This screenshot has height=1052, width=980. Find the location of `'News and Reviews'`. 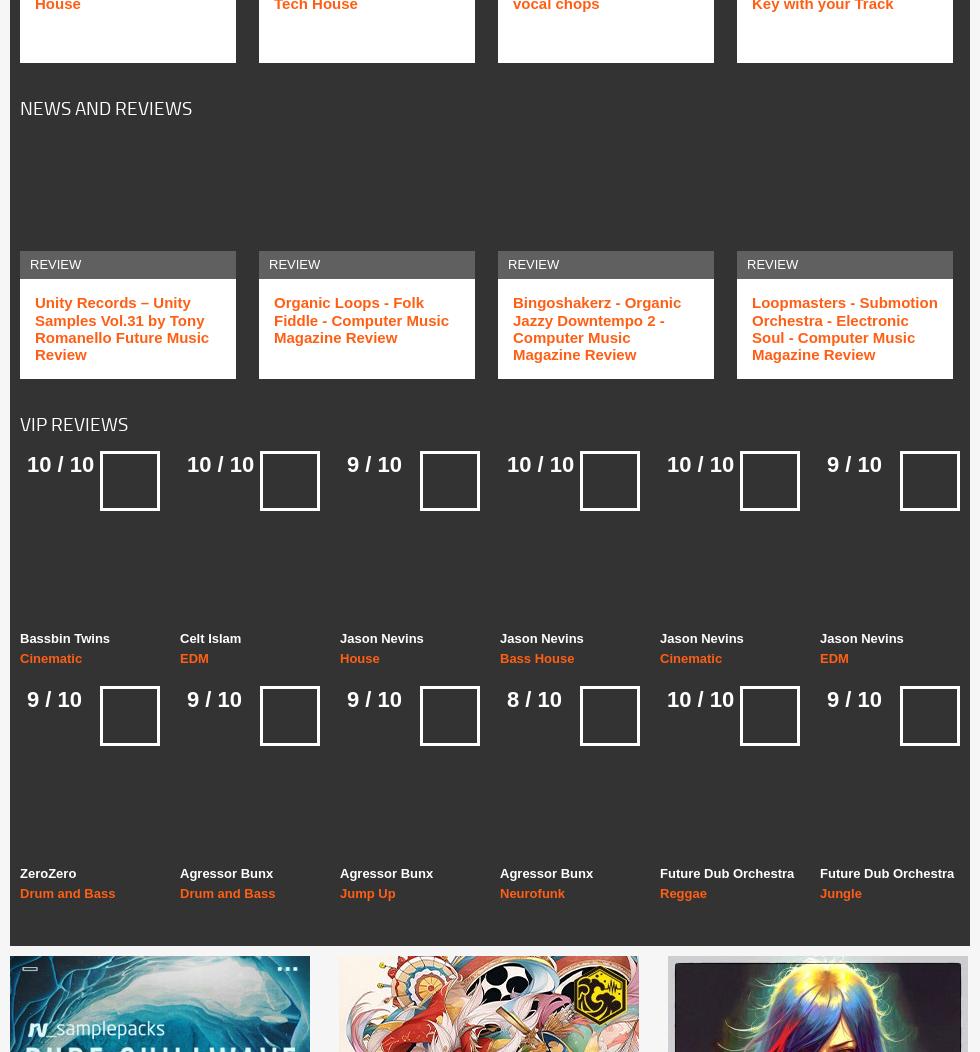

'News and Reviews' is located at coordinates (19, 107).